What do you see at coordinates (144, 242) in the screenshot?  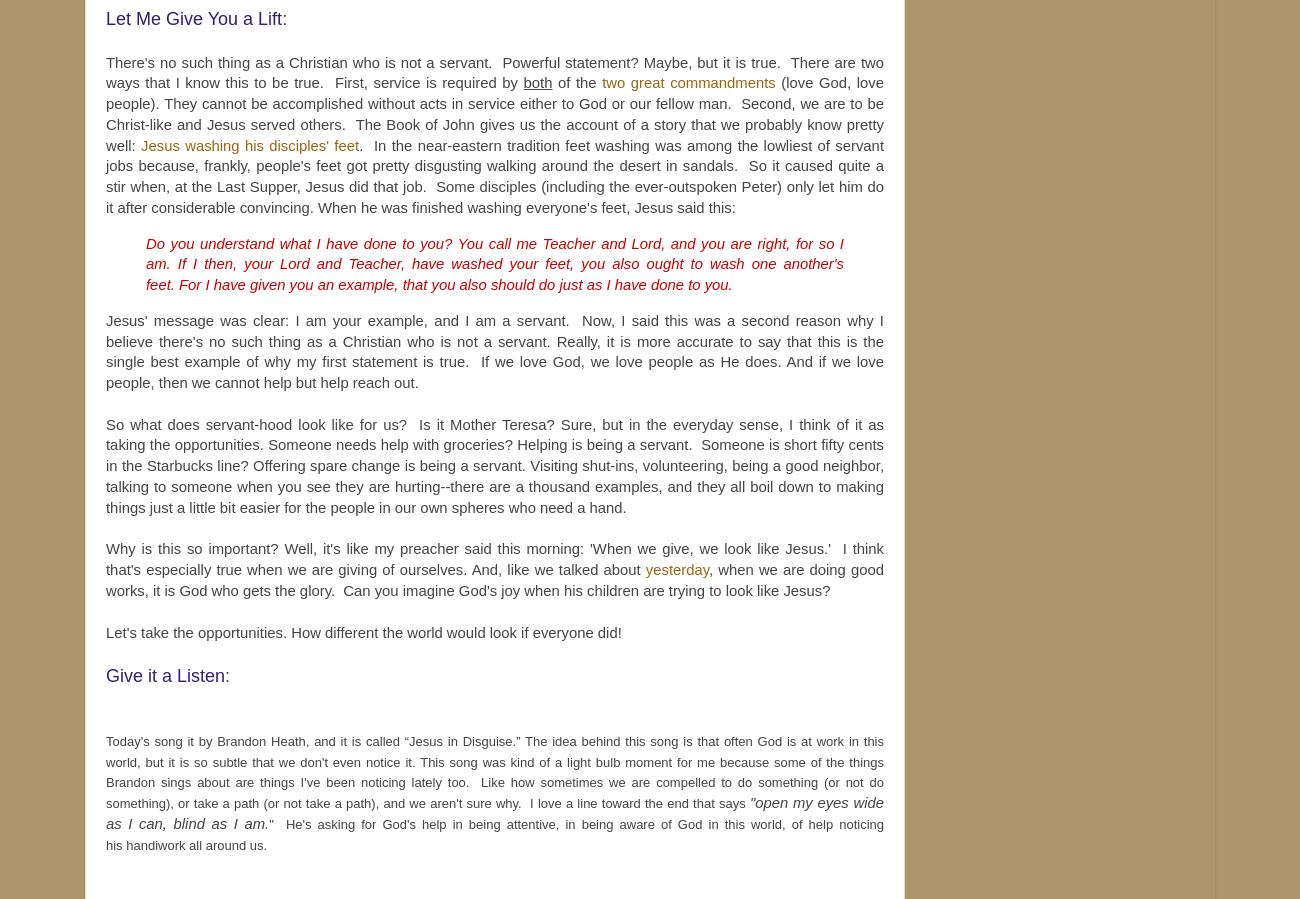 I see `'Do you understand what I have done to you?'` at bounding box center [144, 242].